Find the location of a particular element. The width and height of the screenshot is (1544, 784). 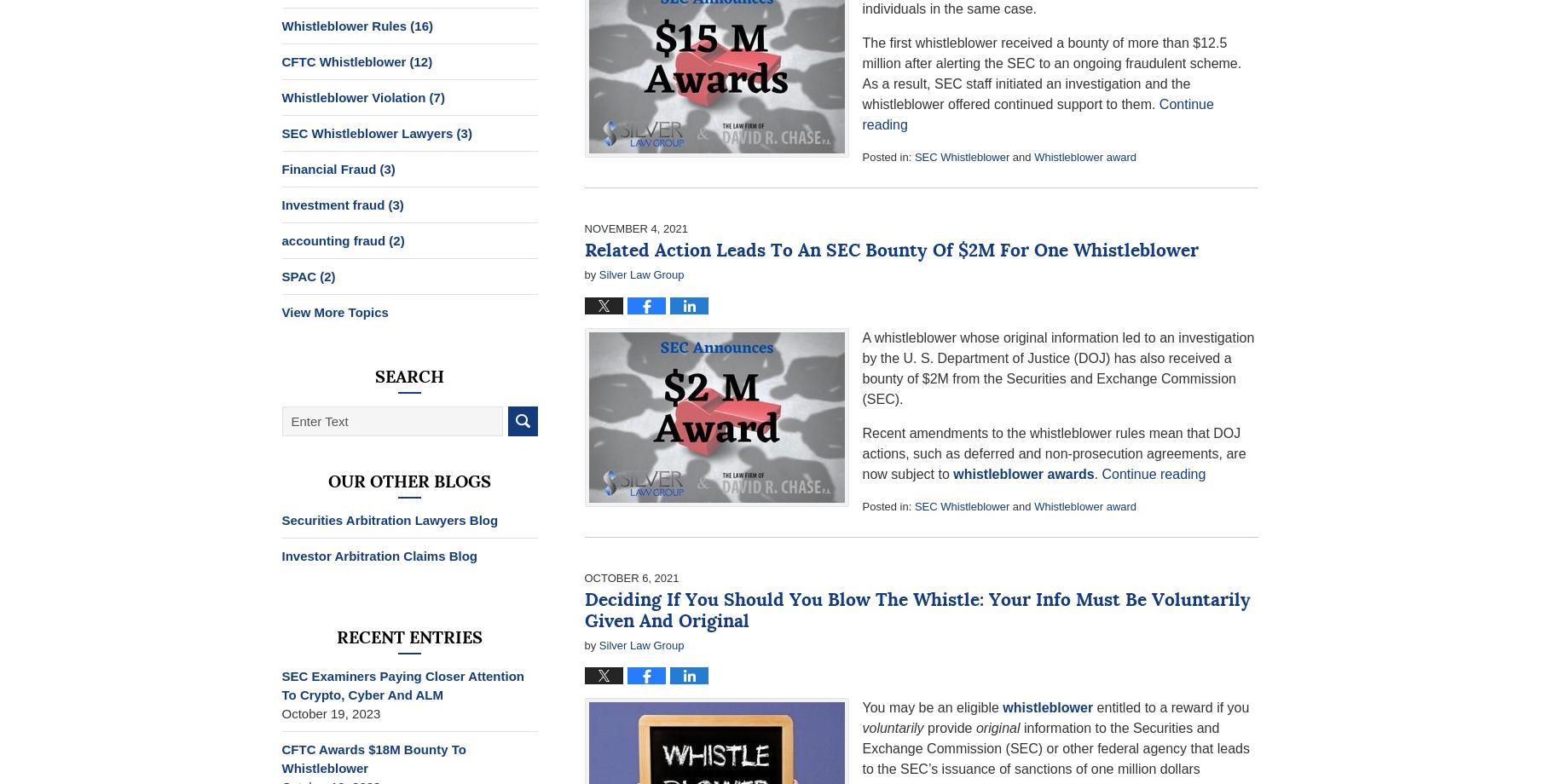

'(16)' is located at coordinates (410, 26).